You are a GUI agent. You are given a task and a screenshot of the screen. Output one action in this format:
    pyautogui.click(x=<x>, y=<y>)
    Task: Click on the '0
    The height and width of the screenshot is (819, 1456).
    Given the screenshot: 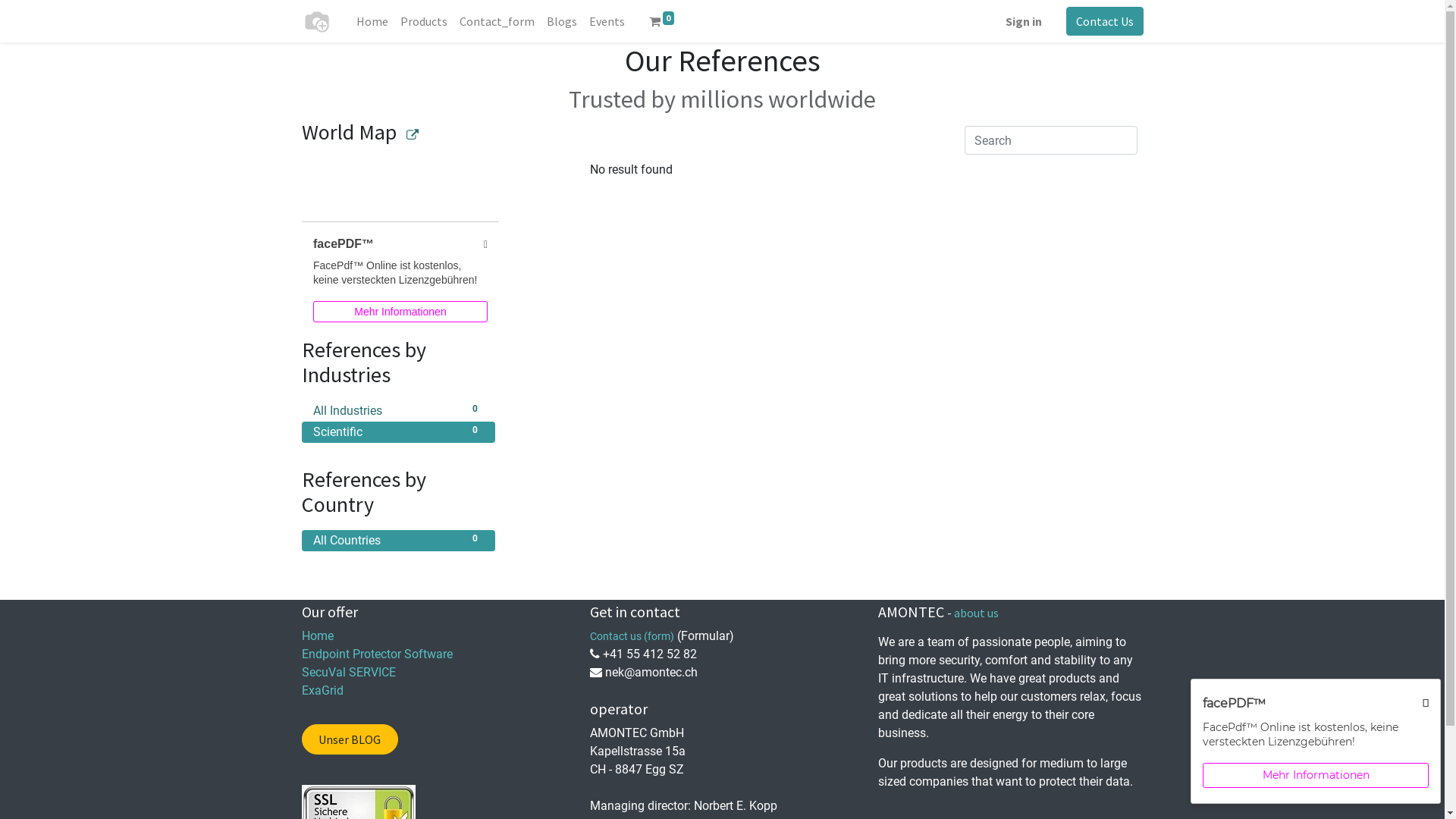 What is the action you would take?
    pyautogui.click(x=398, y=411)
    